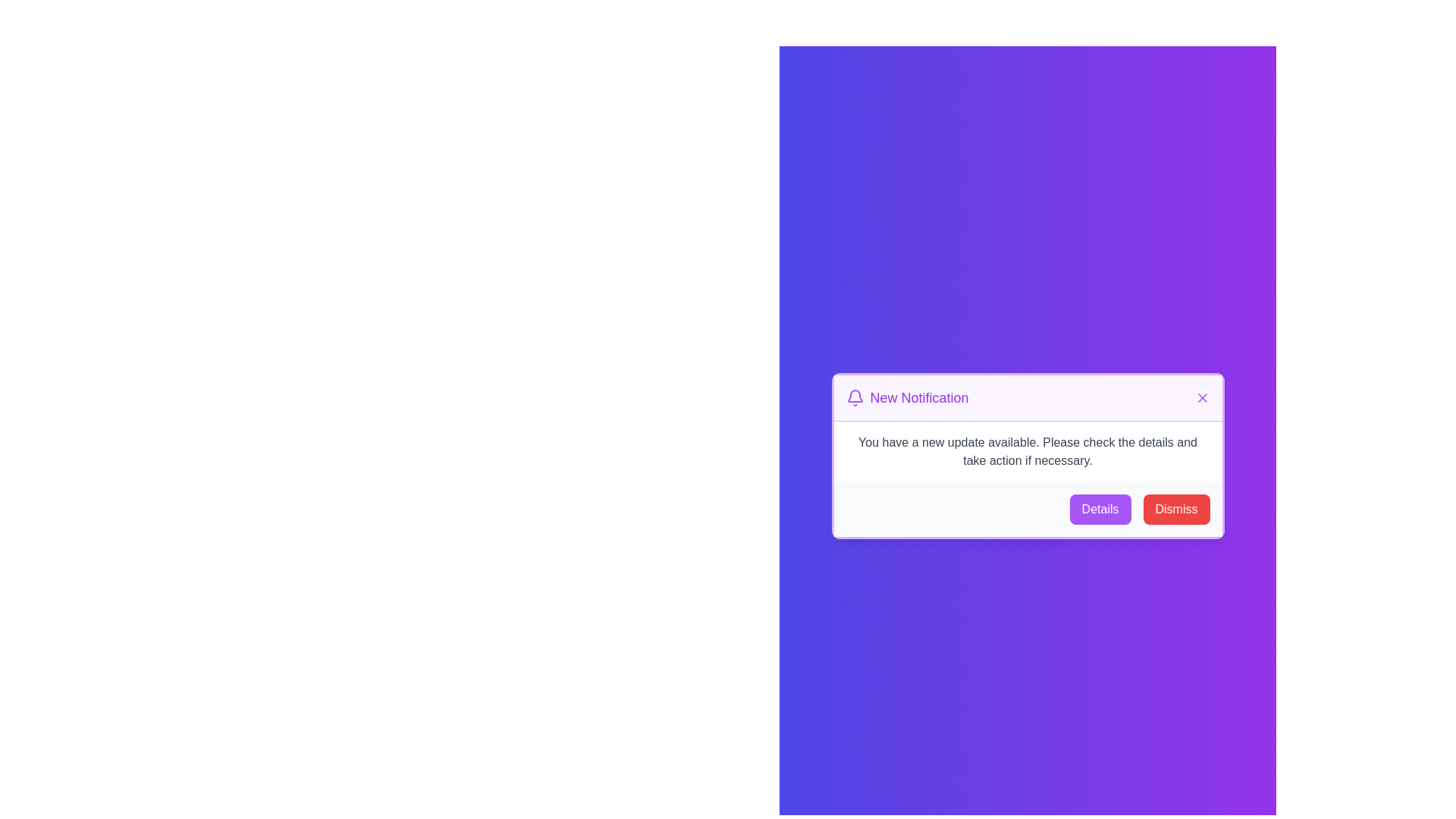 Image resolution: width=1456 pixels, height=819 pixels. I want to click on the combined notification icon and text label, which includes a purple bell icon and the label 'New Notification' adjacent to it, located centrally within the notification header bar, so click(907, 397).